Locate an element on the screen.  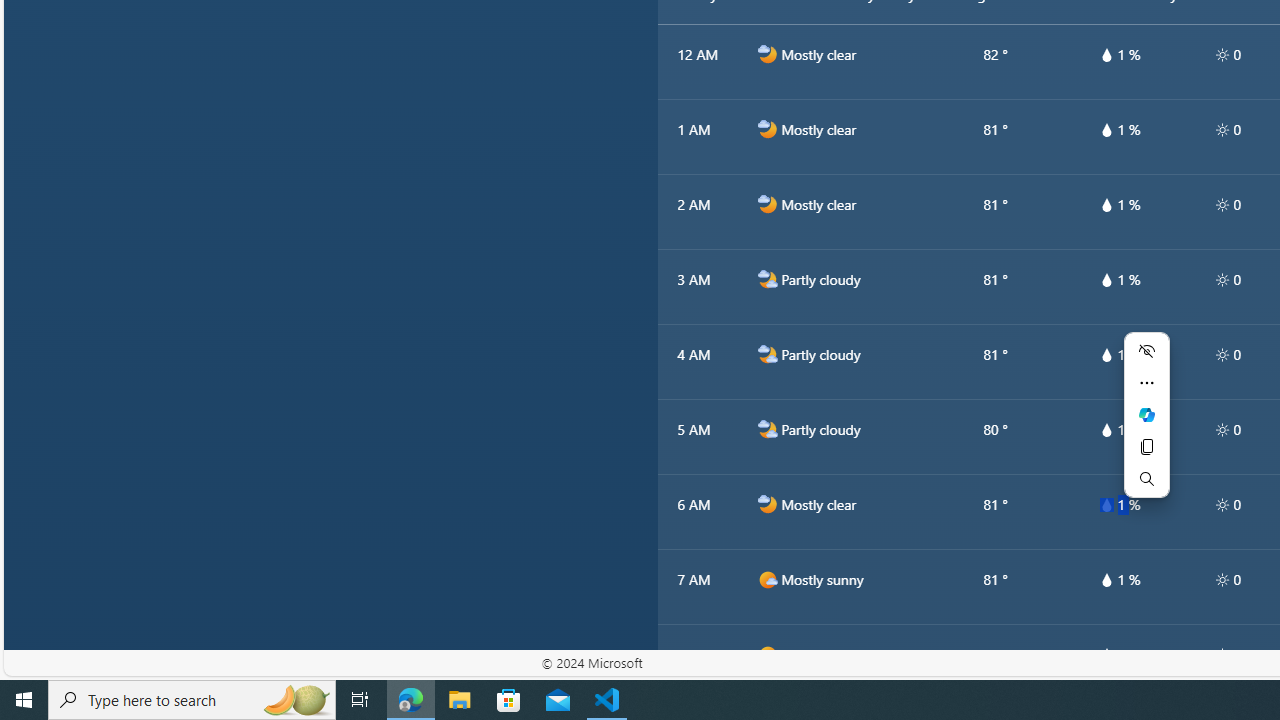
'More actions' is located at coordinates (1146, 383).